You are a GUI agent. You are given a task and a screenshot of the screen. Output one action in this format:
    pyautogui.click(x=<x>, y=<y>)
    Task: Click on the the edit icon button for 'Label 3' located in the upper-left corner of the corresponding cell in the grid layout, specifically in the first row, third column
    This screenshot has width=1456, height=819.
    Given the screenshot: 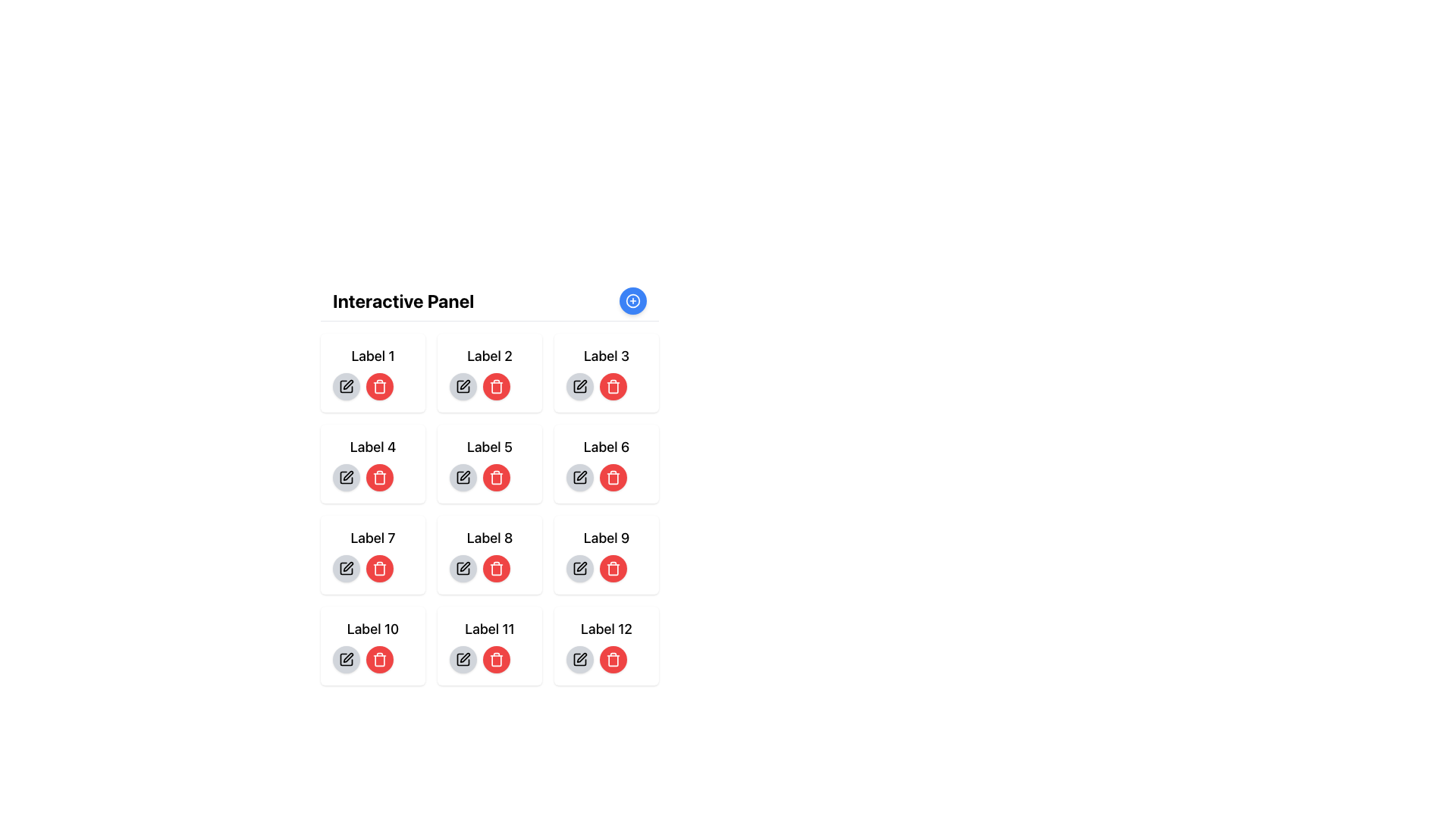 What is the action you would take?
    pyautogui.click(x=579, y=385)
    